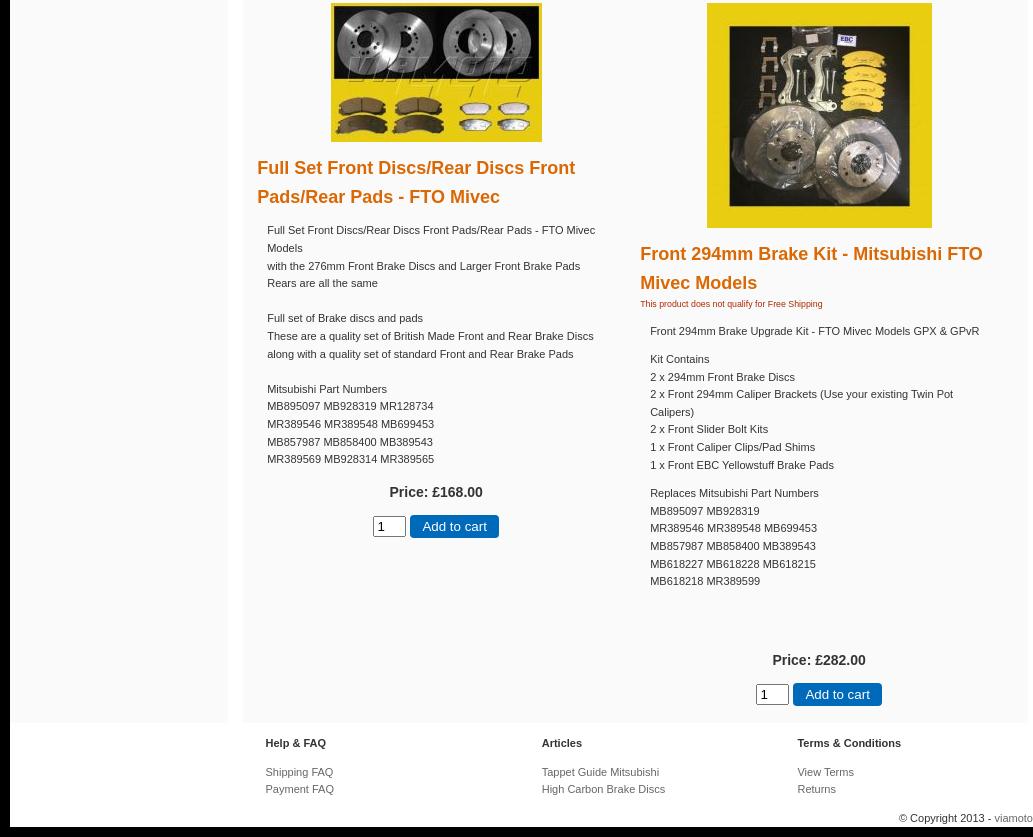  Describe the element at coordinates (722, 375) in the screenshot. I see `'2 x 294mm Front Brake Discs'` at that location.